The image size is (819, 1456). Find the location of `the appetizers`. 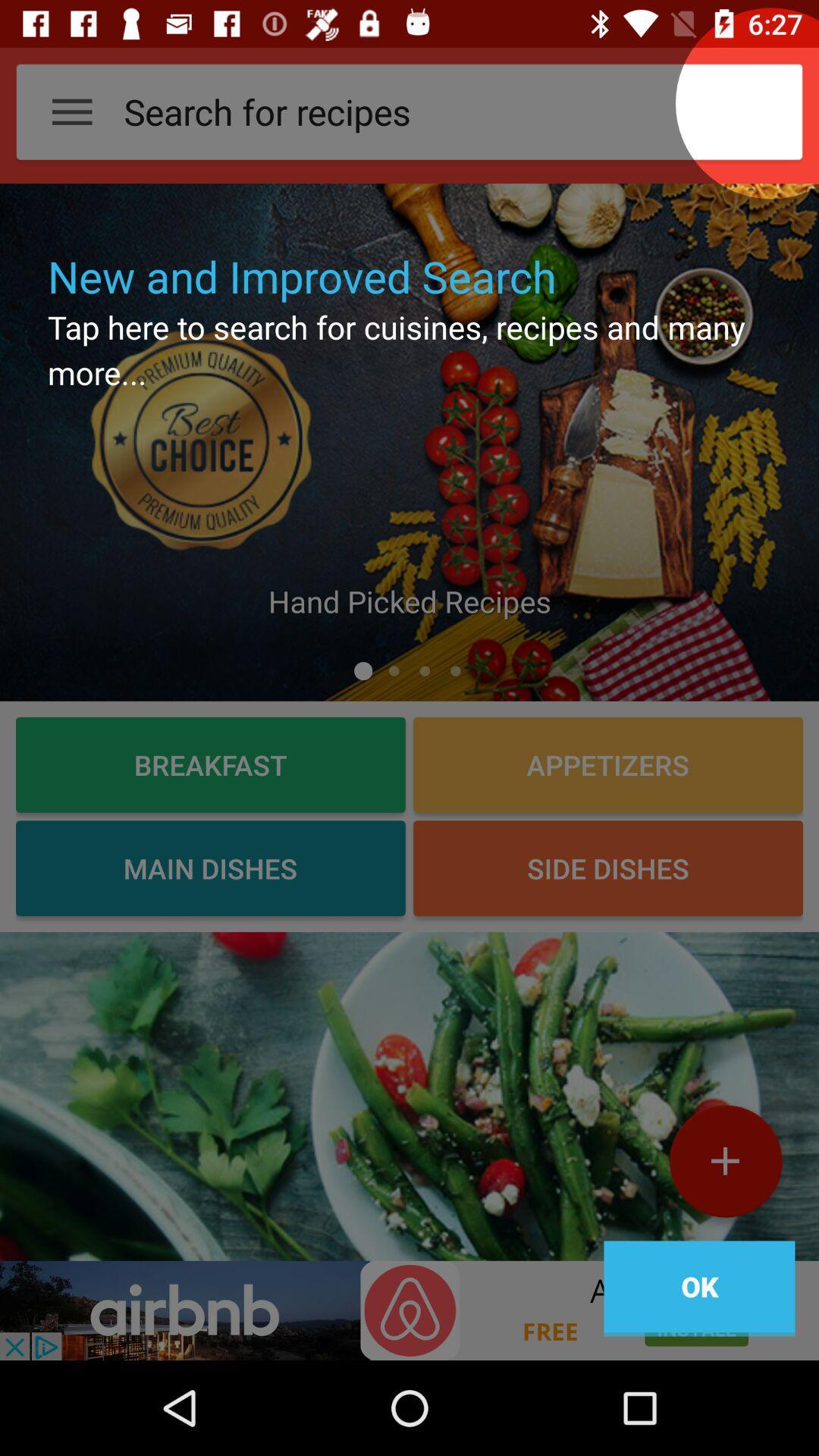

the appetizers is located at coordinates (607, 764).